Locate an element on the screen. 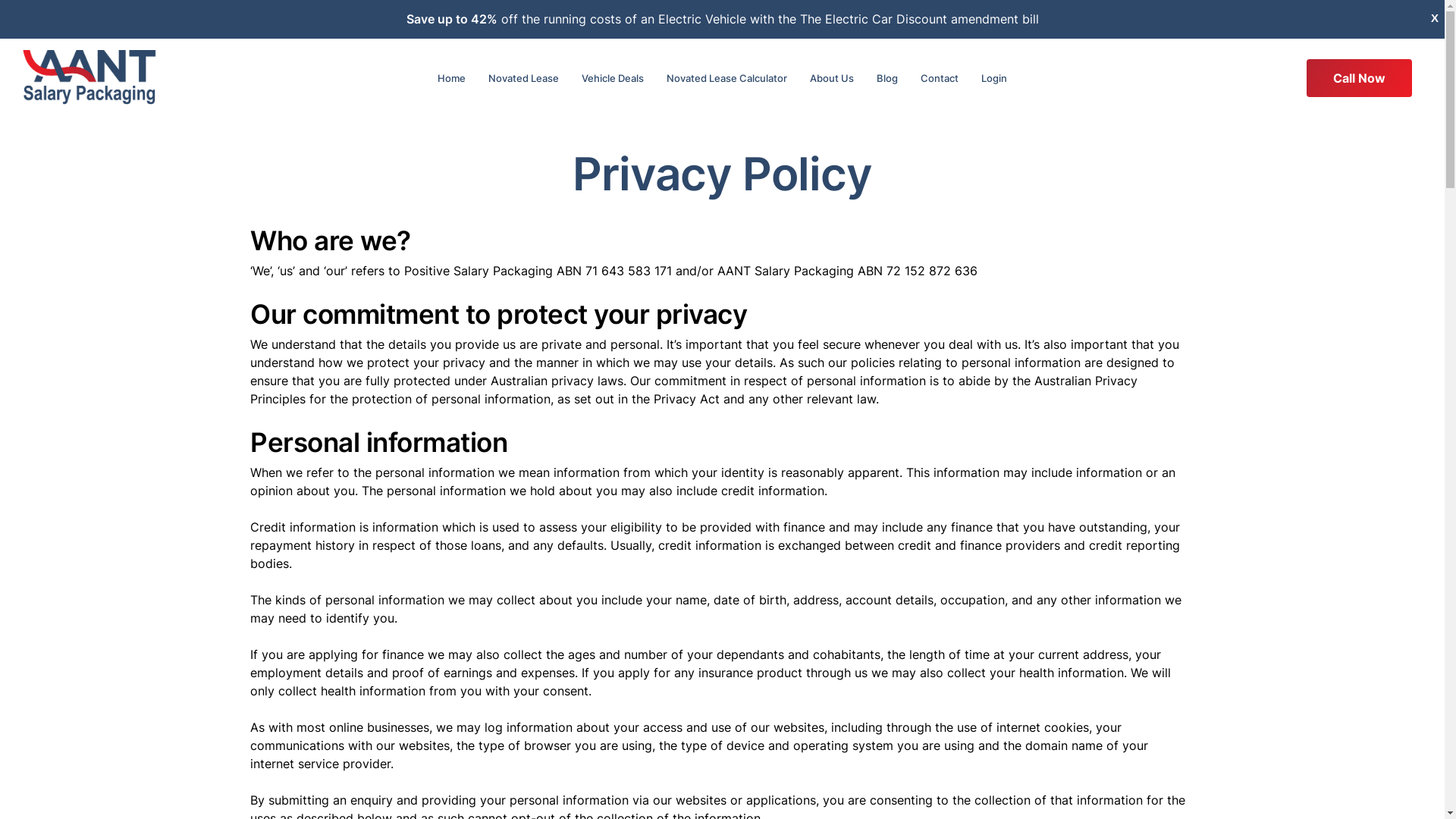 The width and height of the screenshot is (1456, 819). 'Contact' is located at coordinates (938, 78).